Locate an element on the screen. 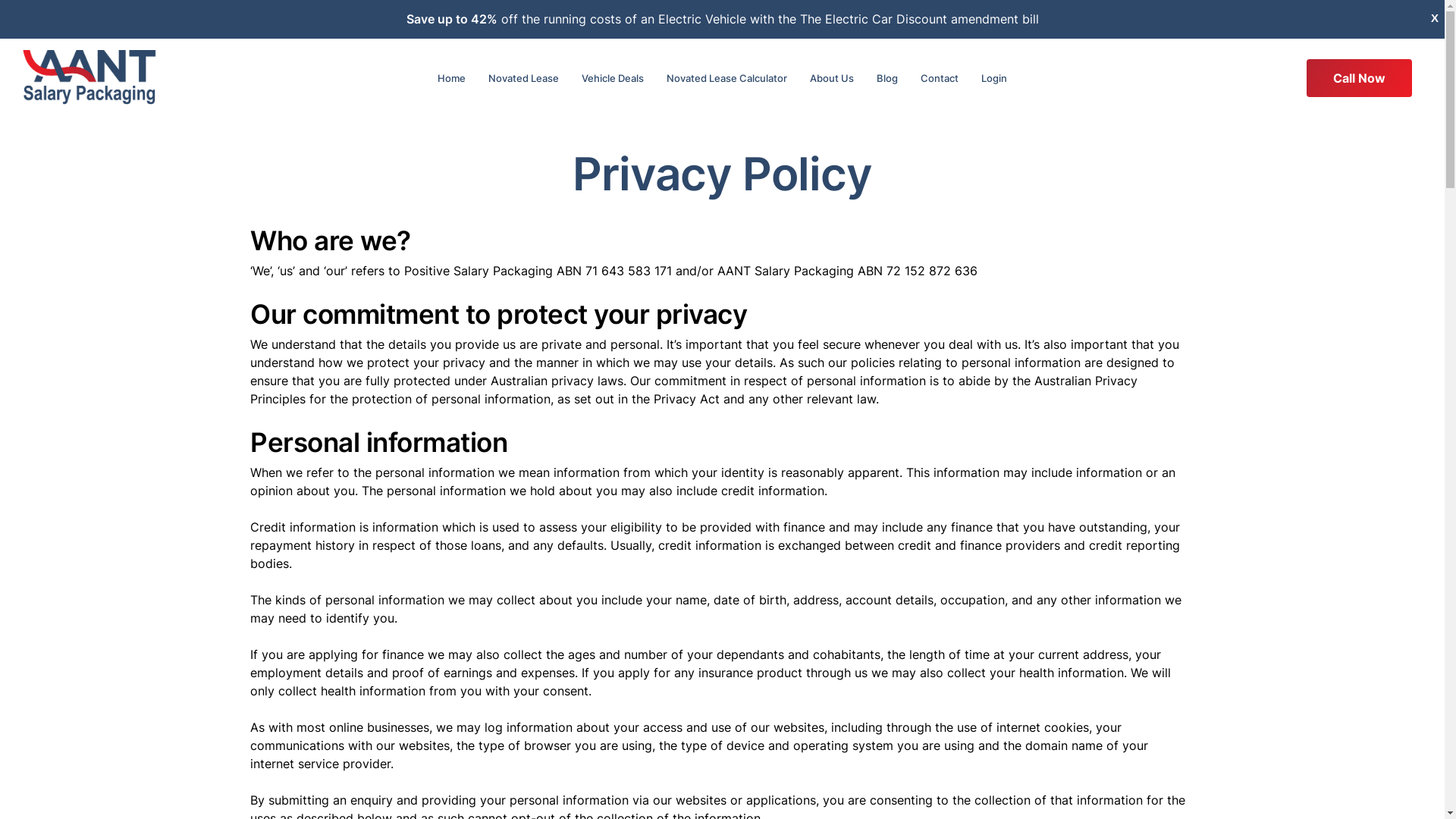 The width and height of the screenshot is (1456, 819). 'Contact' is located at coordinates (938, 78).